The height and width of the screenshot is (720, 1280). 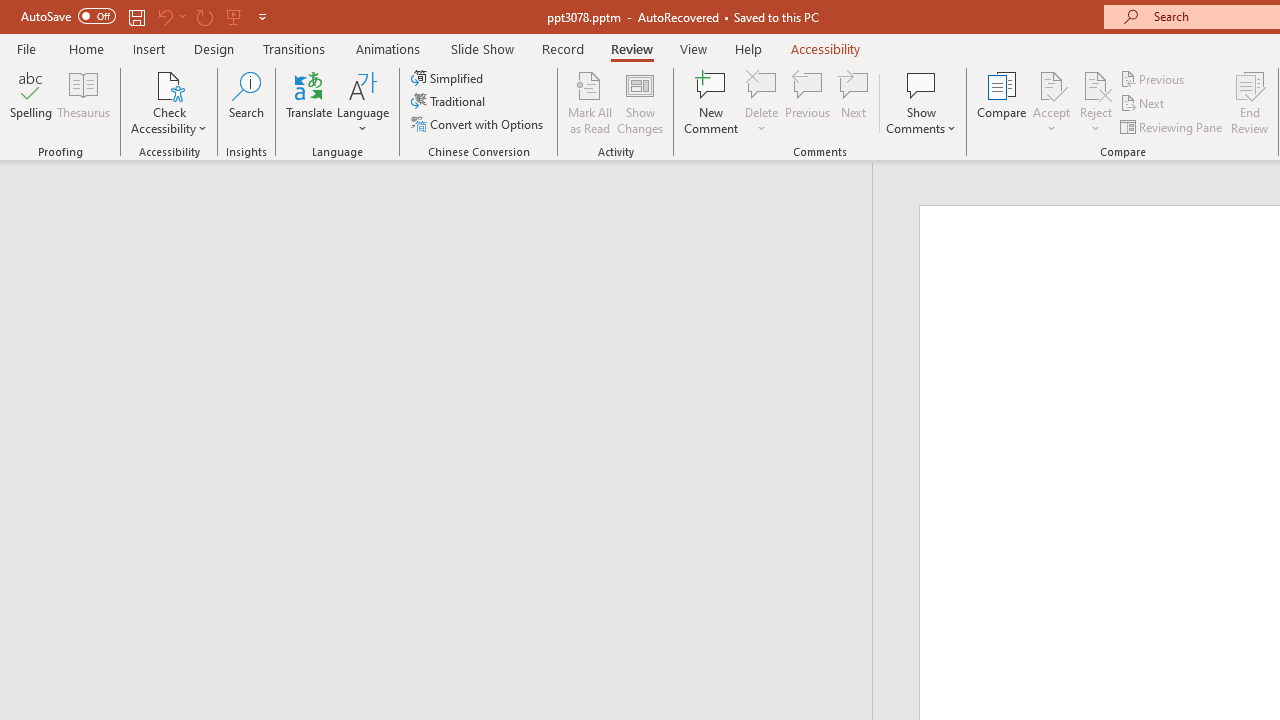 What do you see at coordinates (1095, 103) in the screenshot?
I see `'Reject'` at bounding box center [1095, 103].